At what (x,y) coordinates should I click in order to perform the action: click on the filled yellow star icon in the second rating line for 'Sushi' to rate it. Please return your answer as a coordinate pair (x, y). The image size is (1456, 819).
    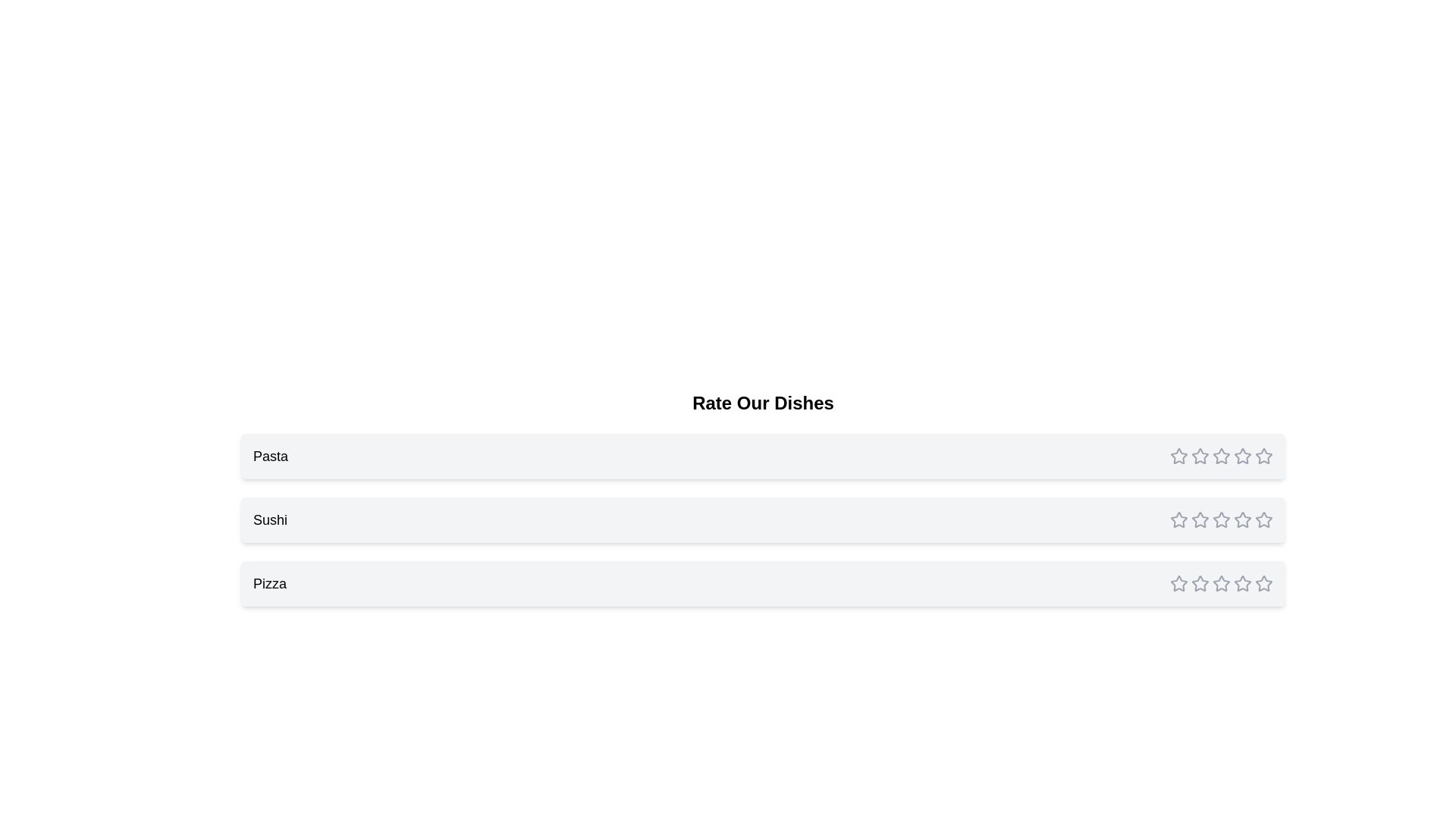
    Looking at the image, I should click on (1178, 519).